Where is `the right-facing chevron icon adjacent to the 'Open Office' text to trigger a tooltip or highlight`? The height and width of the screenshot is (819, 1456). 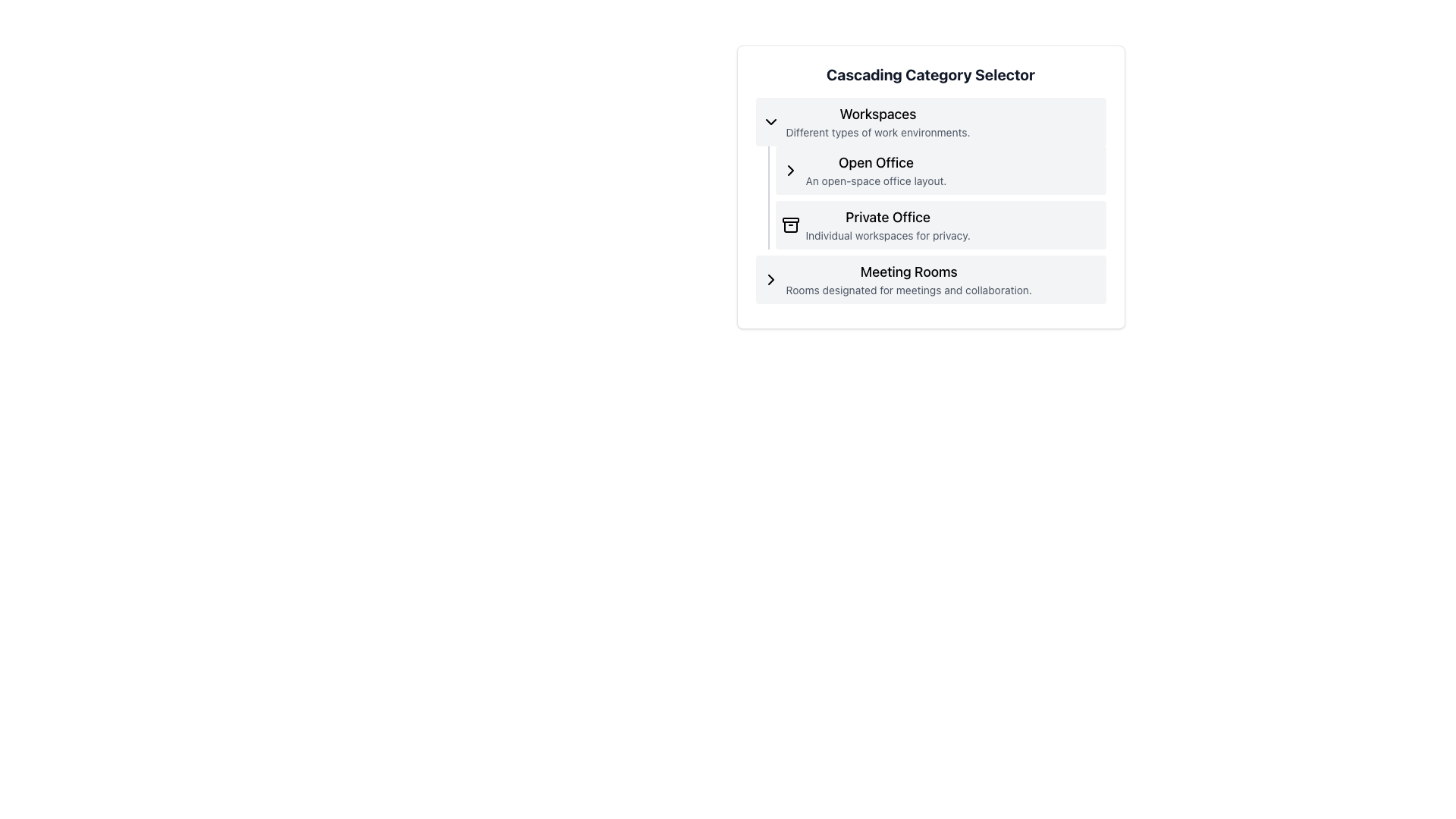
the right-facing chevron icon adjacent to the 'Open Office' text to trigger a tooltip or highlight is located at coordinates (789, 170).